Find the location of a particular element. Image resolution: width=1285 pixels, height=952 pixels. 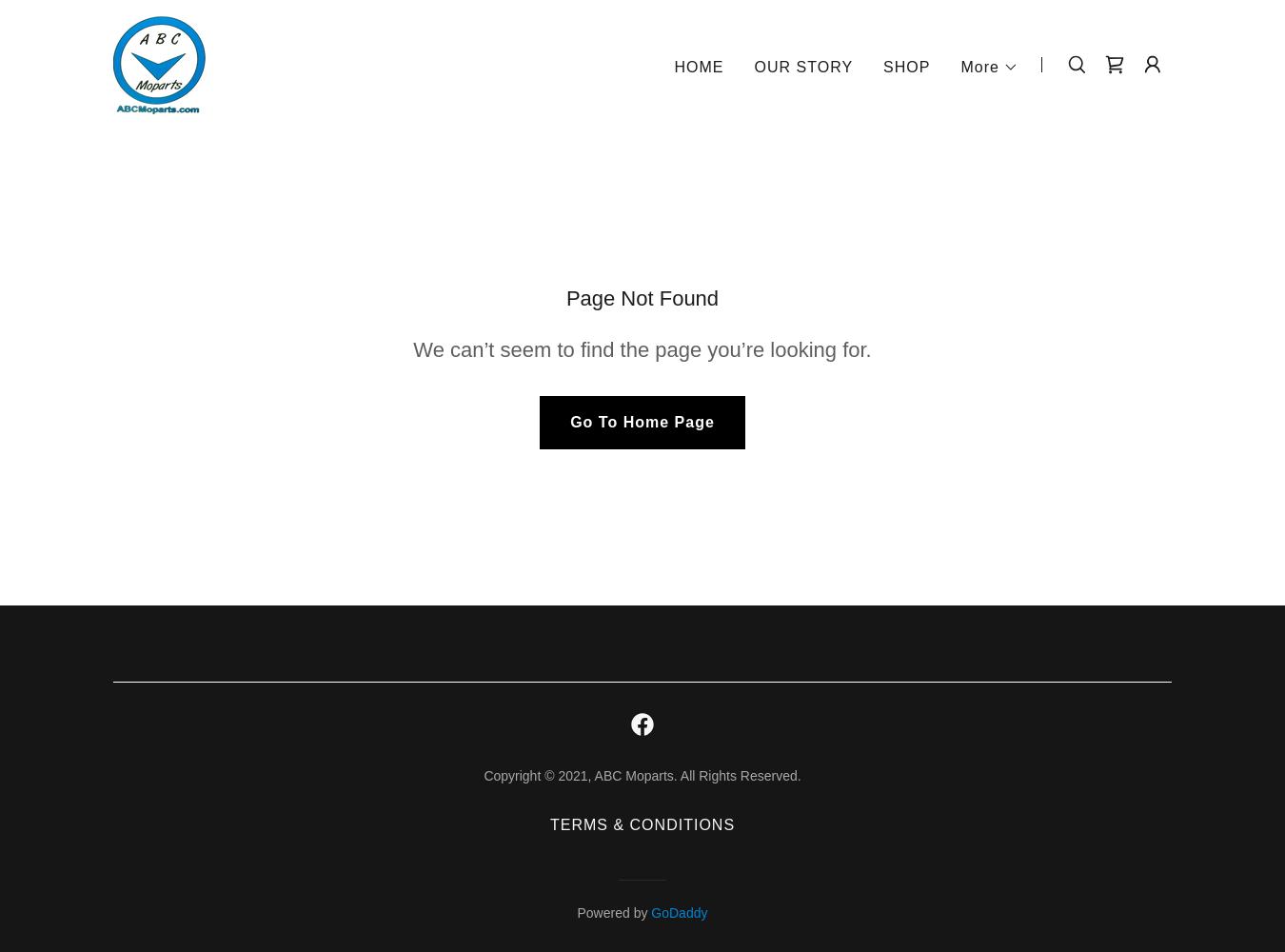

'Go To Home Page' is located at coordinates (642, 421).